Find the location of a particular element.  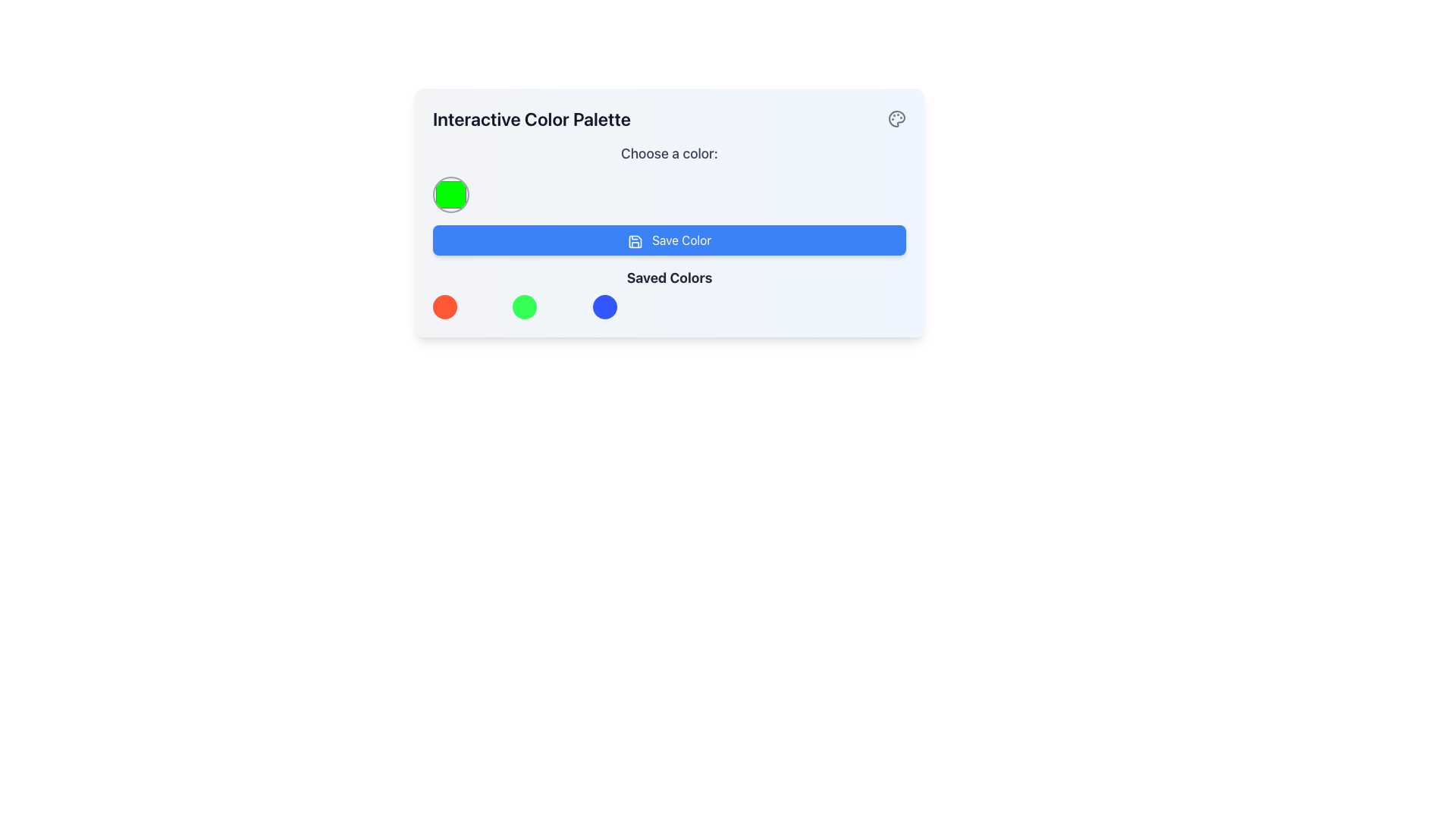

the small blue save icon located to the left of the 'Save Color' text within the button is located at coordinates (635, 240).